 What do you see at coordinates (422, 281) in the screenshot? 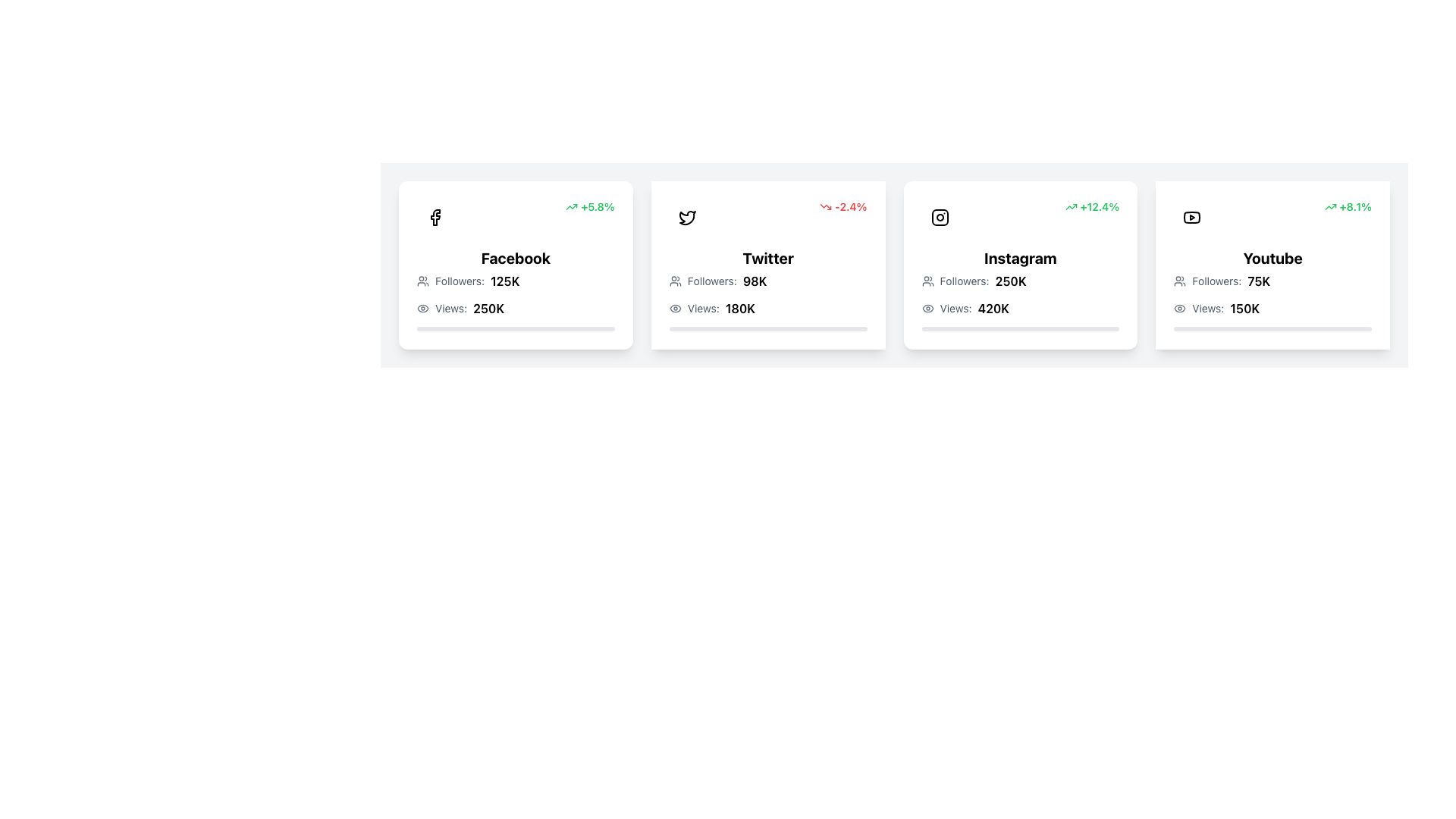
I see `the follower icon located next to the 'Followers:' label in the Facebook account card` at bounding box center [422, 281].